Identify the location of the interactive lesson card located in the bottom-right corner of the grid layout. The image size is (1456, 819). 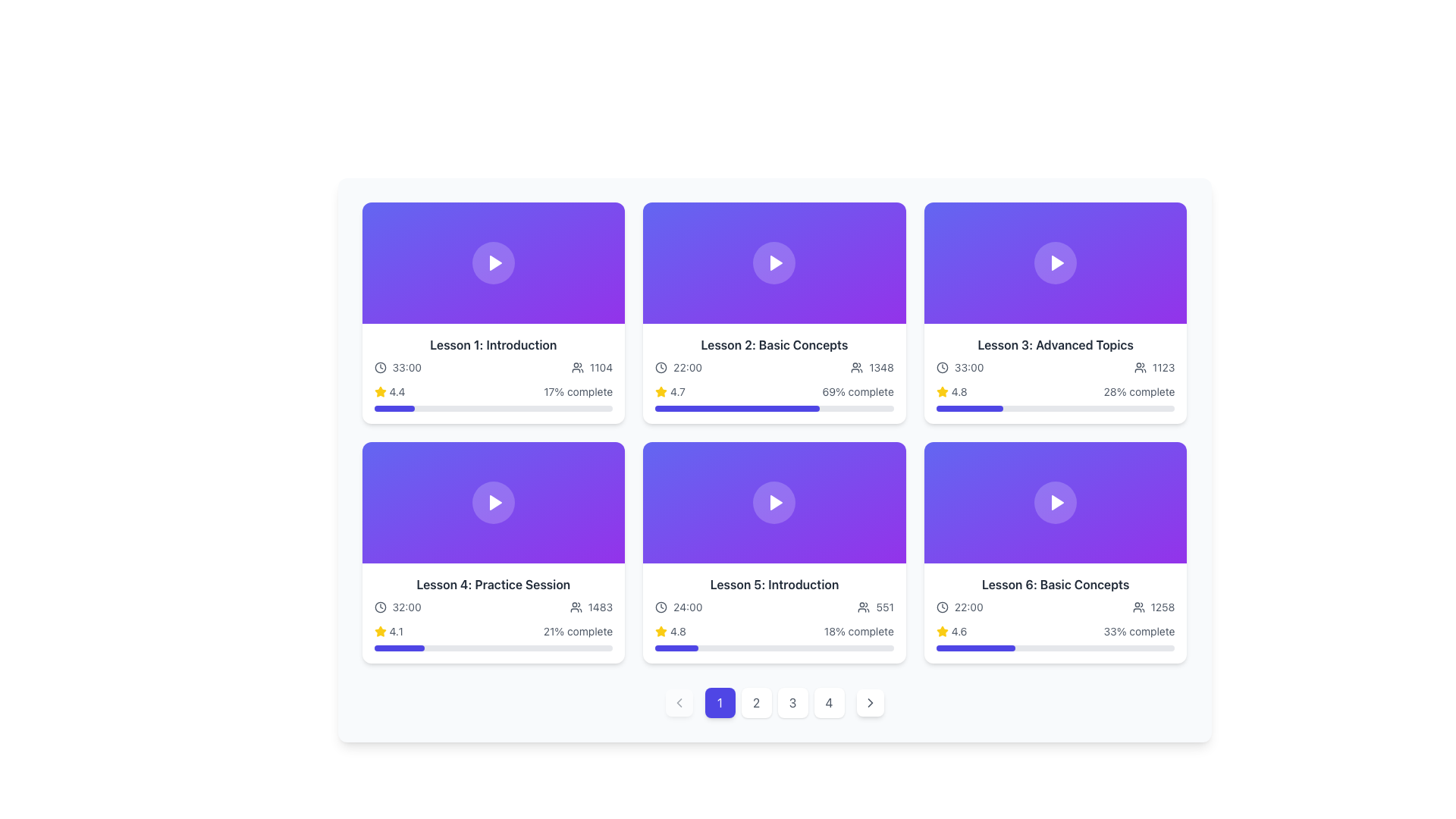
(1055, 553).